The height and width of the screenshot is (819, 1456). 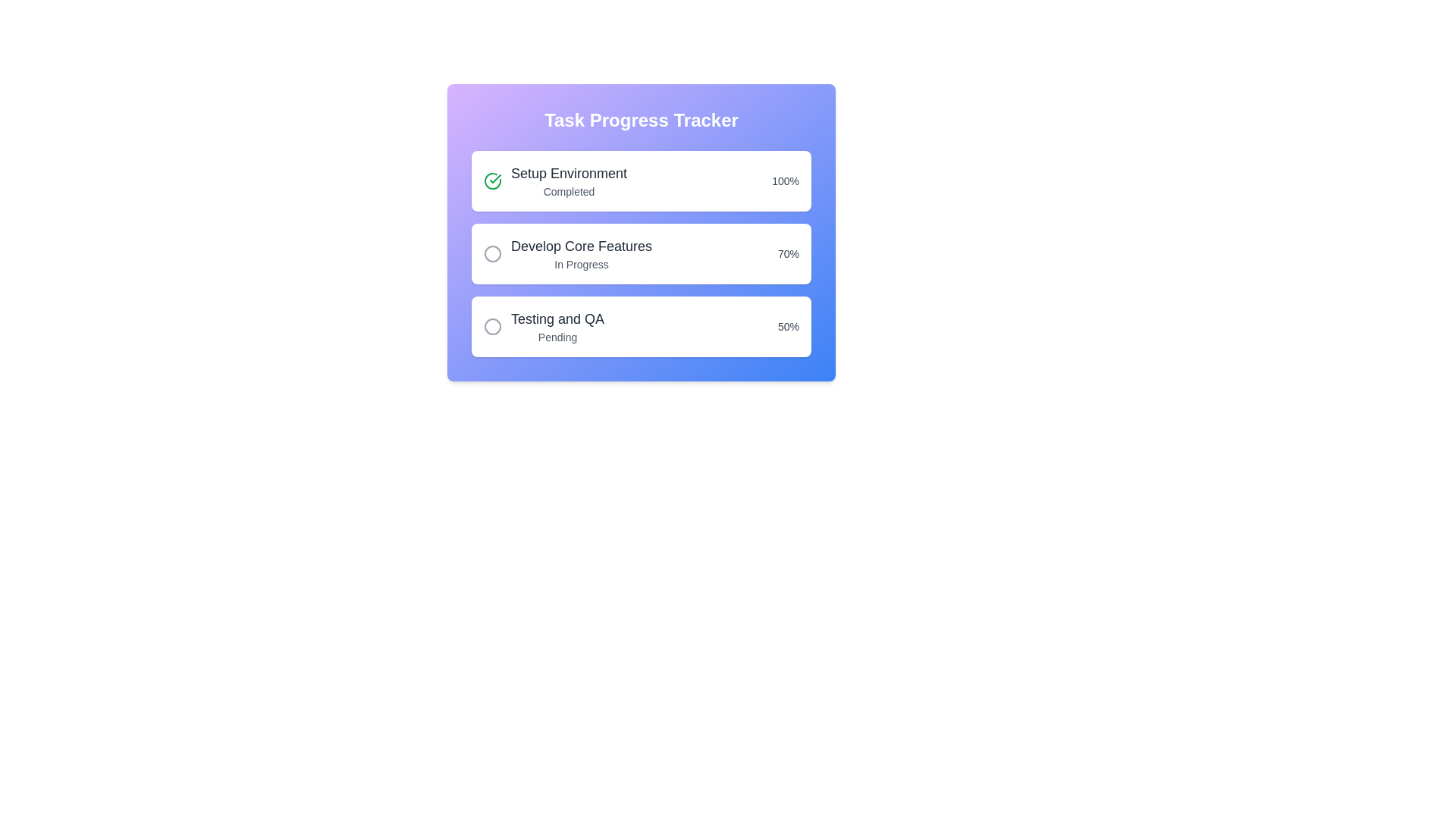 What do you see at coordinates (789, 326) in the screenshot?
I see `the static text label displaying '50%' located at the bottom right corner of the 'Testing and QA - Pending' card` at bounding box center [789, 326].